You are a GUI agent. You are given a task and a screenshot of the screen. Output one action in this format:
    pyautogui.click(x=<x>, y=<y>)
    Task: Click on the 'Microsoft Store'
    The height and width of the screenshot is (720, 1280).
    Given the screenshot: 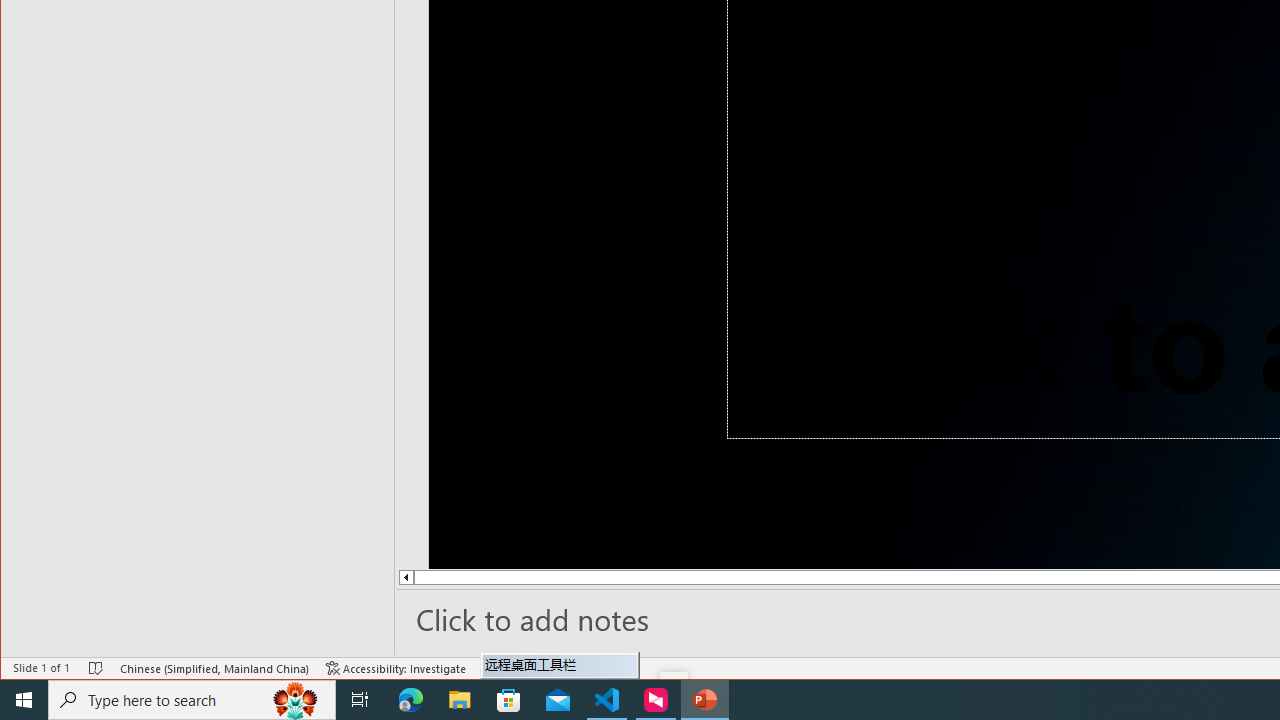 What is the action you would take?
    pyautogui.click(x=509, y=698)
    